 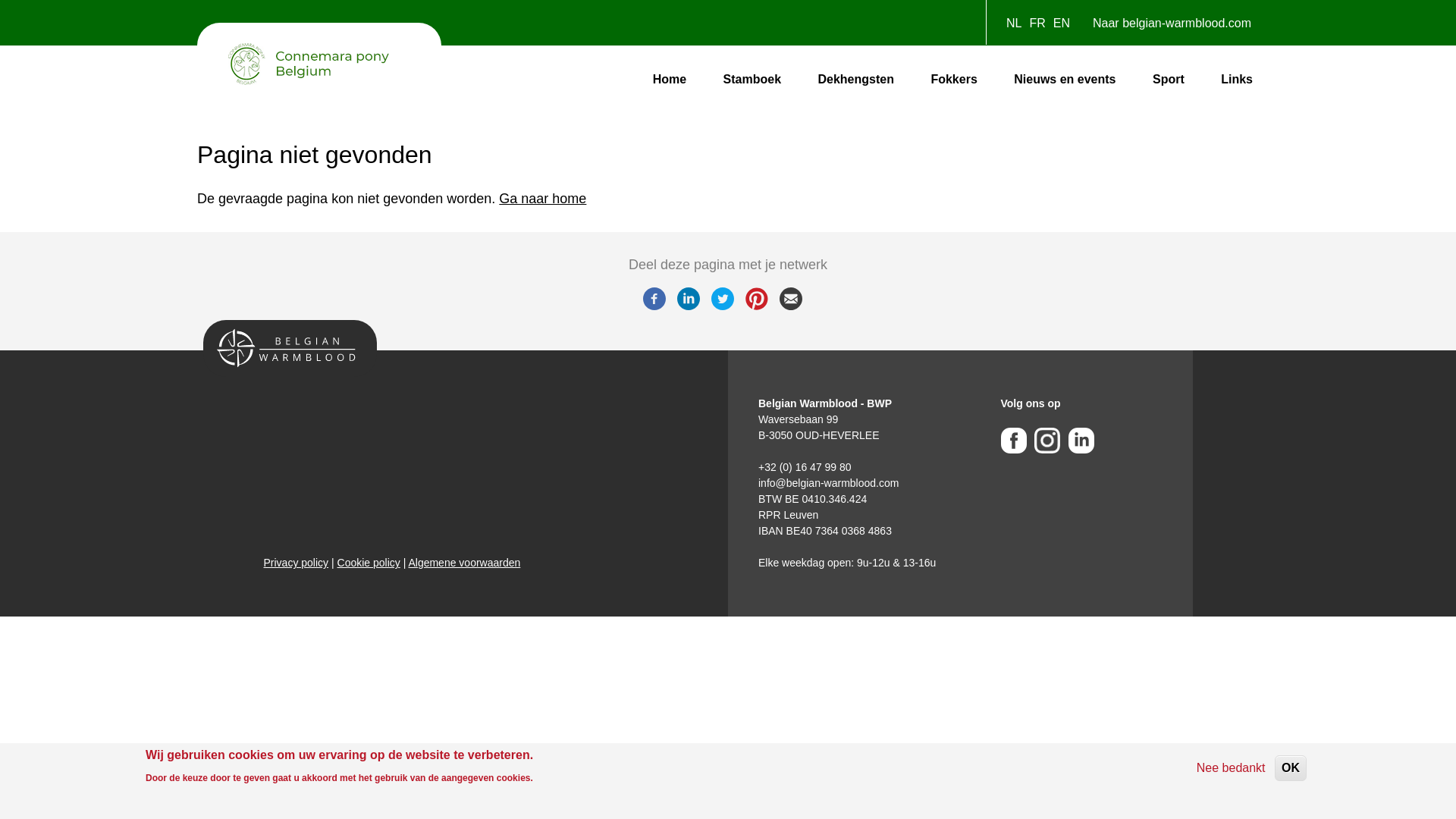 I want to click on 'Fokkers', so click(x=952, y=79).